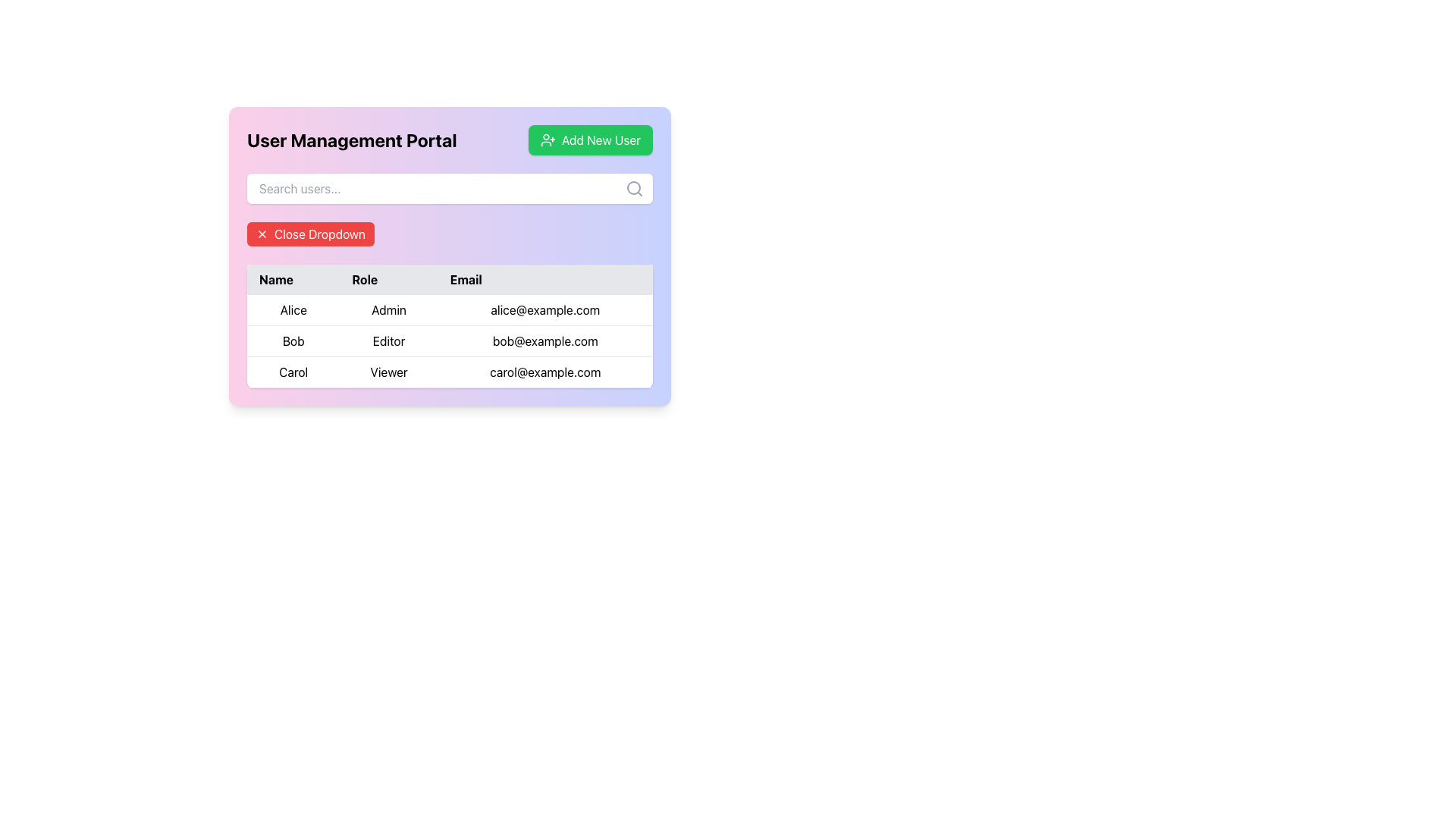  I want to click on the Text Label element displaying 'Bob', which is located in the second row of the table under the 'Name' column, so click(293, 341).